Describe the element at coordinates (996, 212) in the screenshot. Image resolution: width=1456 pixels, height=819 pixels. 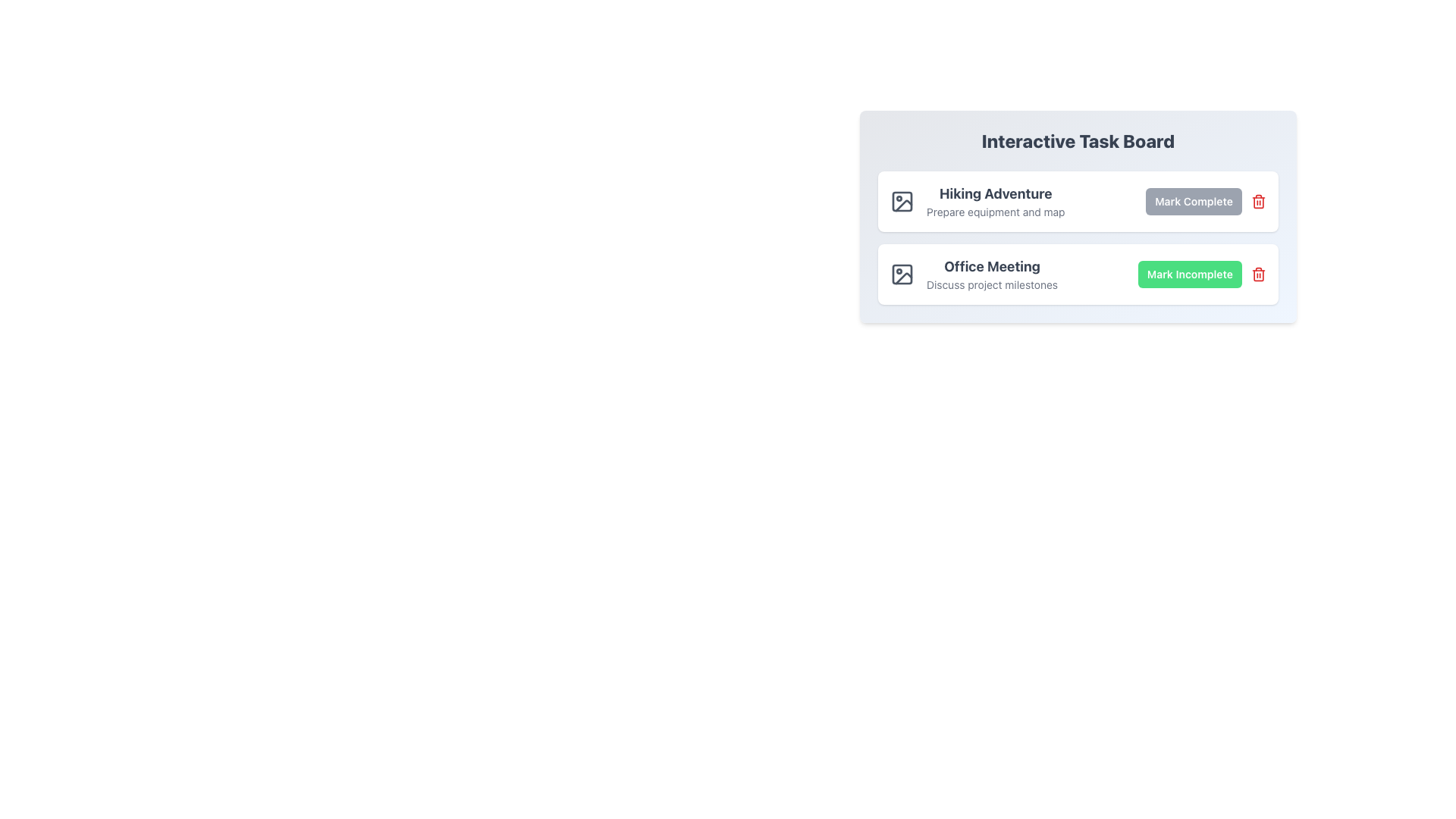
I see `text label displaying 'Prepare equipment and map', which is located below the bold title 'Hiking Adventure' in the task board interface` at that location.